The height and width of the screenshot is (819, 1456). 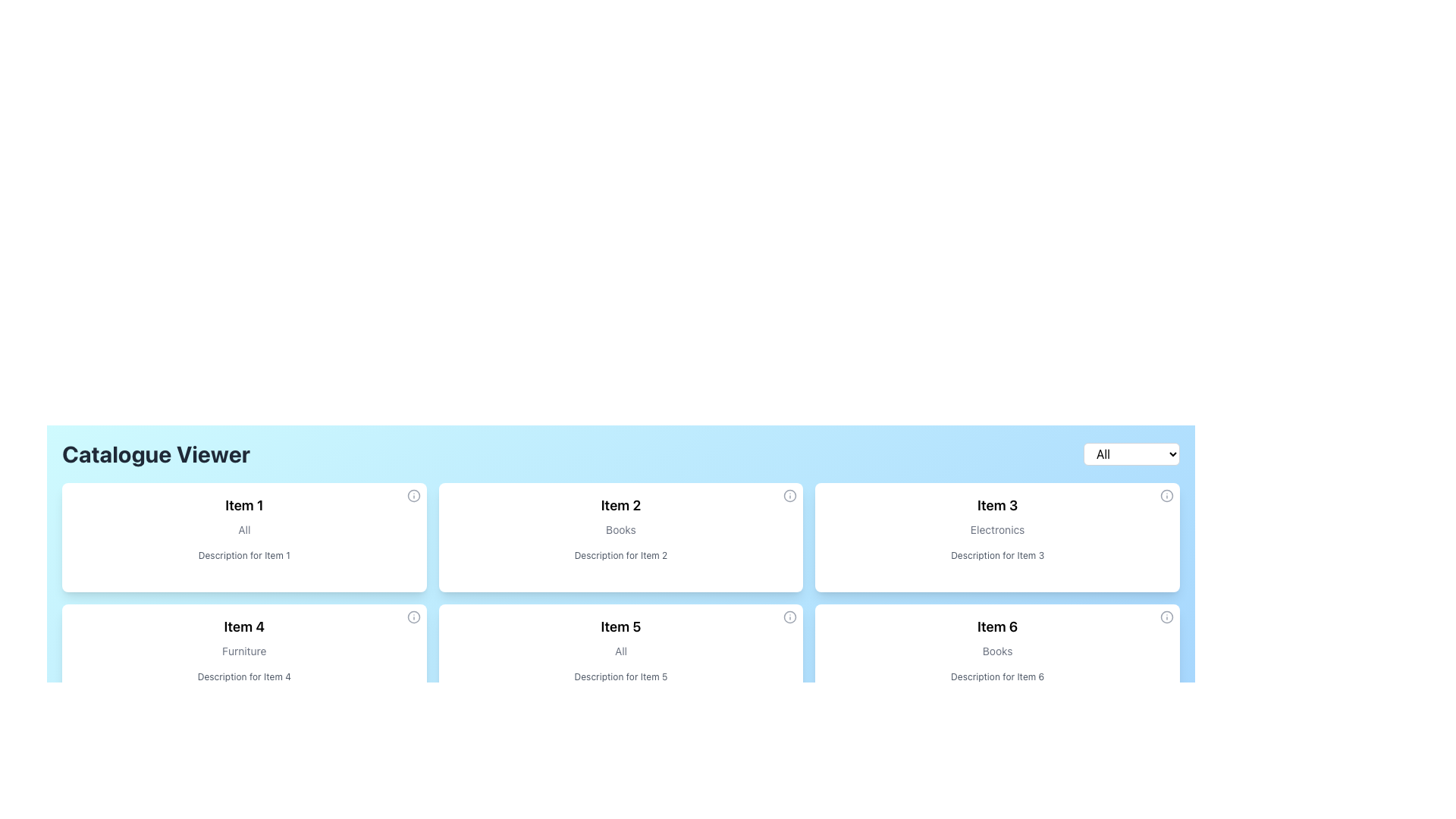 I want to click on the fifth card in the grid layout that displays 'Item 5' in bold text with a white background and rounded corners, so click(x=621, y=657).